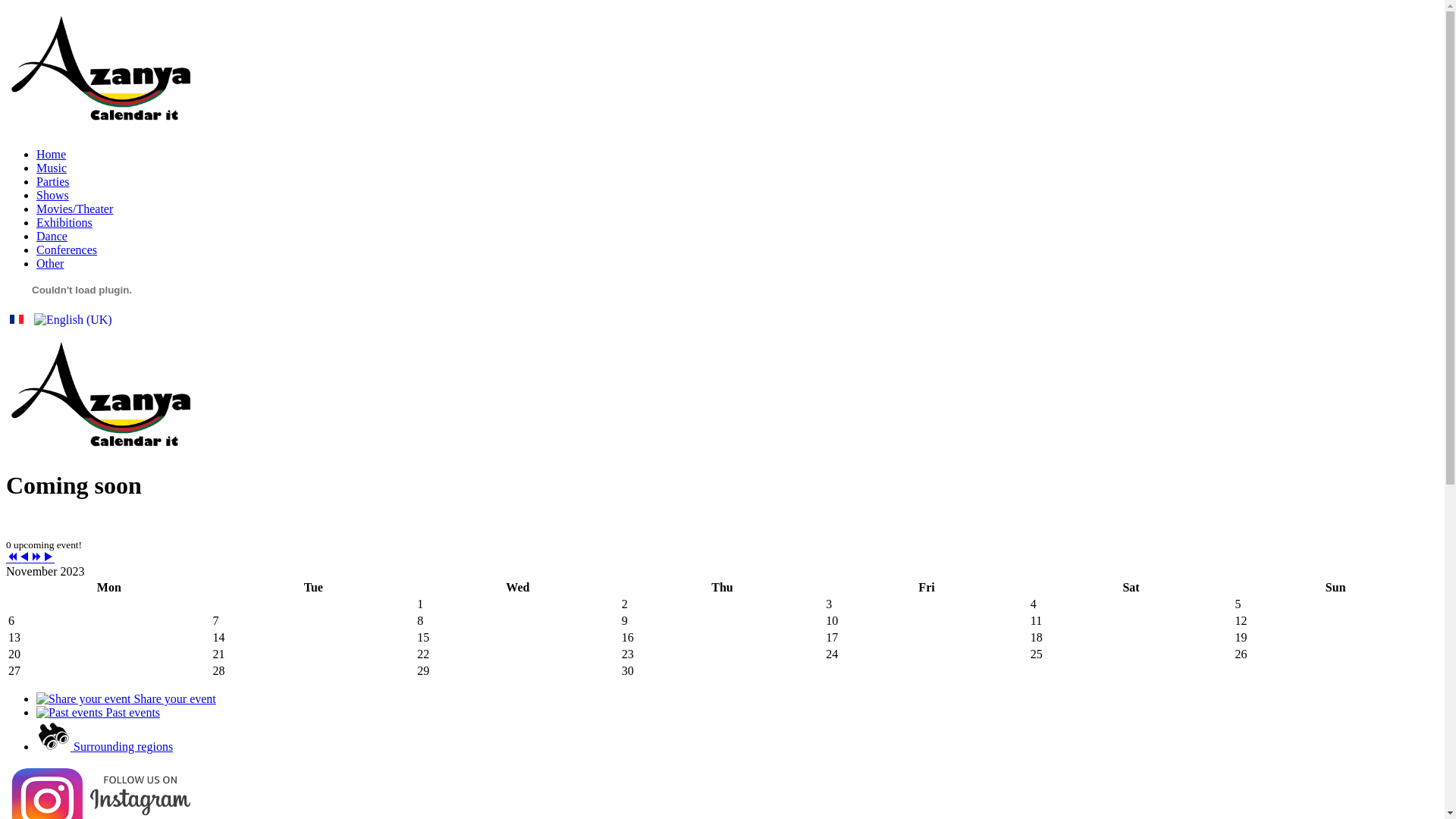 Image resolution: width=1456 pixels, height=819 pixels. What do you see at coordinates (74, 209) in the screenshot?
I see `'Movies/Theater'` at bounding box center [74, 209].